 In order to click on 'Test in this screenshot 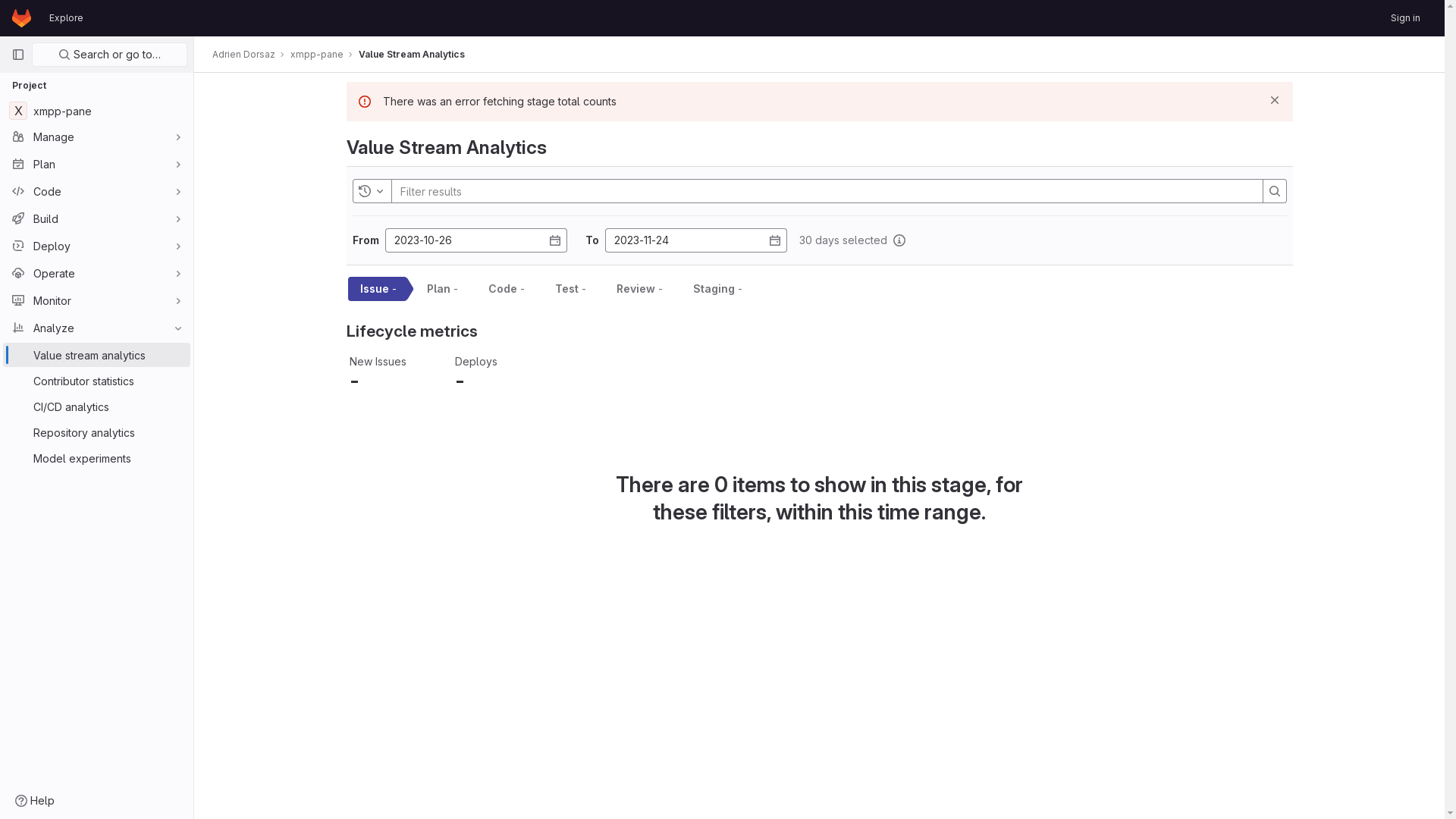, I will do `click(567, 289)`.